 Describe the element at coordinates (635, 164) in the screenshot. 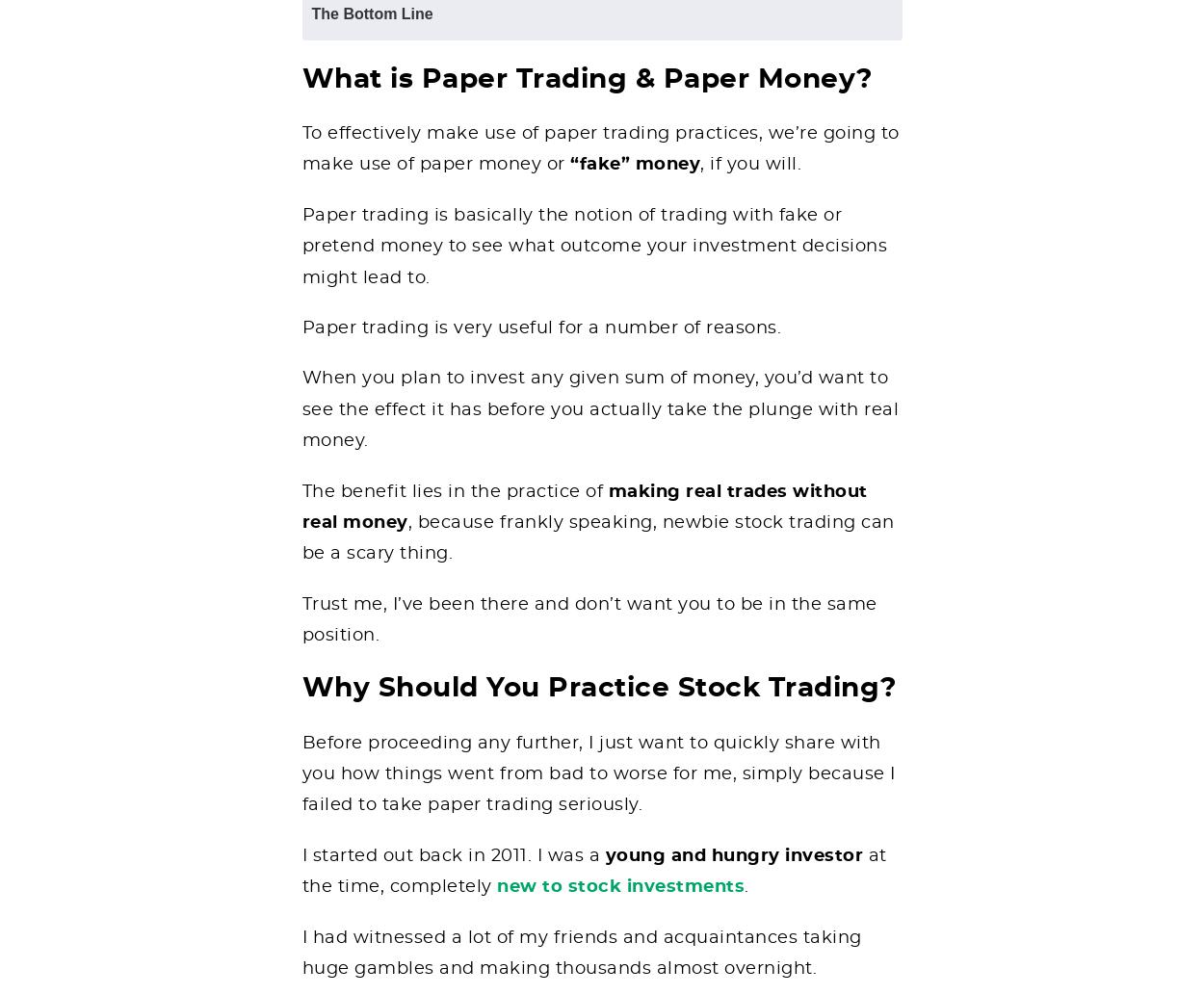

I see `'“fake” money'` at that location.